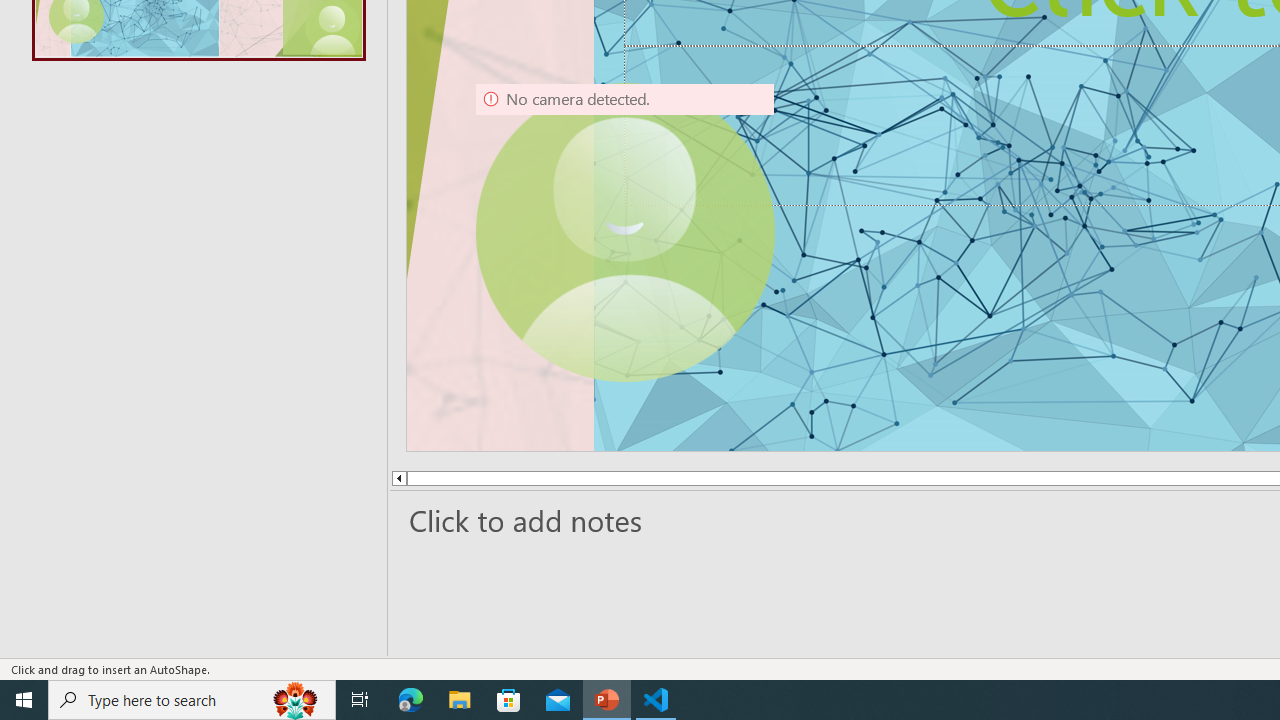 Image resolution: width=1280 pixels, height=720 pixels. What do you see at coordinates (623, 231) in the screenshot?
I see `'Camera 9, No camera detected.'` at bounding box center [623, 231].